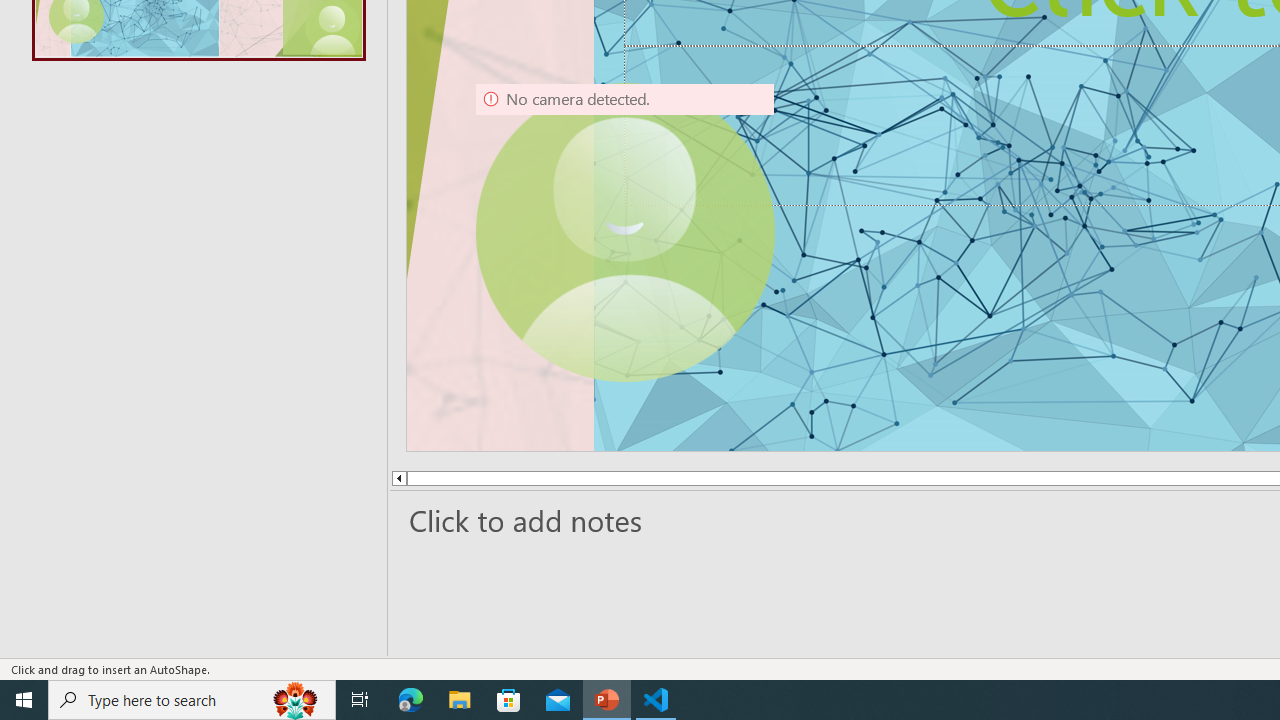 Image resolution: width=1280 pixels, height=720 pixels. What do you see at coordinates (623, 231) in the screenshot?
I see `'Camera 9, No camera detected.'` at bounding box center [623, 231].